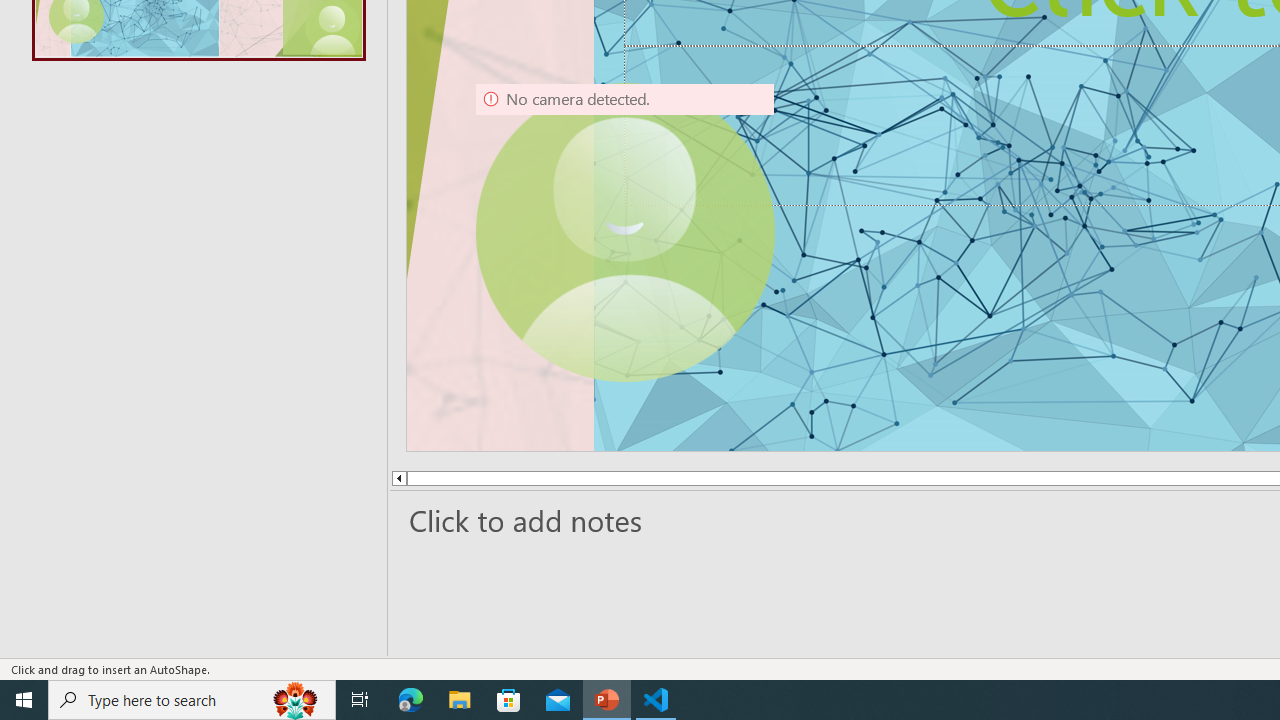 Image resolution: width=1280 pixels, height=720 pixels. What do you see at coordinates (623, 231) in the screenshot?
I see `'Camera 9, No camera detected.'` at bounding box center [623, 231].